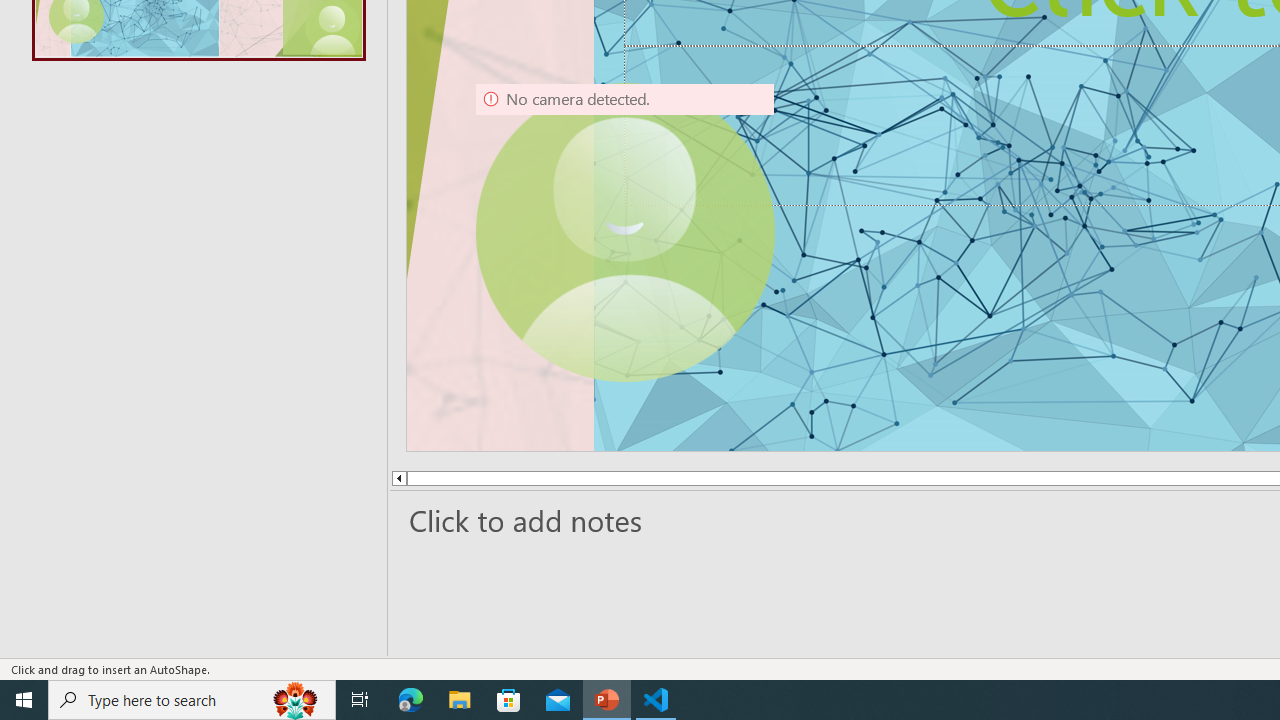 Image resolution: width=1280 pixels, height=720 pixels. What do you see at coordinates (623, 231) in the screenshot?
I see `'Camera 9, No camera detected.'` at bounding box center [623, 231].